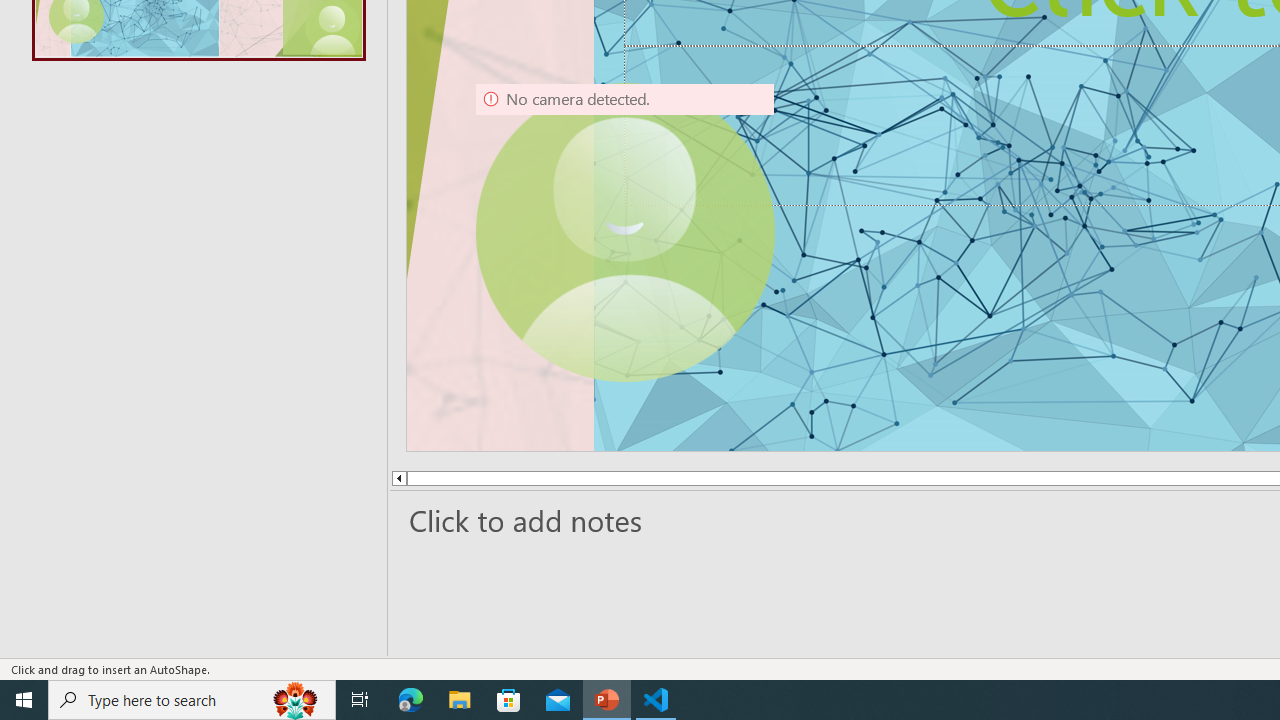 Image resolution: width=1280 pixels, height=720 pixels. What do you see at coordinates (623, 231) in the screenshot?
I see `'Camera 9, No camera detected.'` at bounding box center [623, 231].